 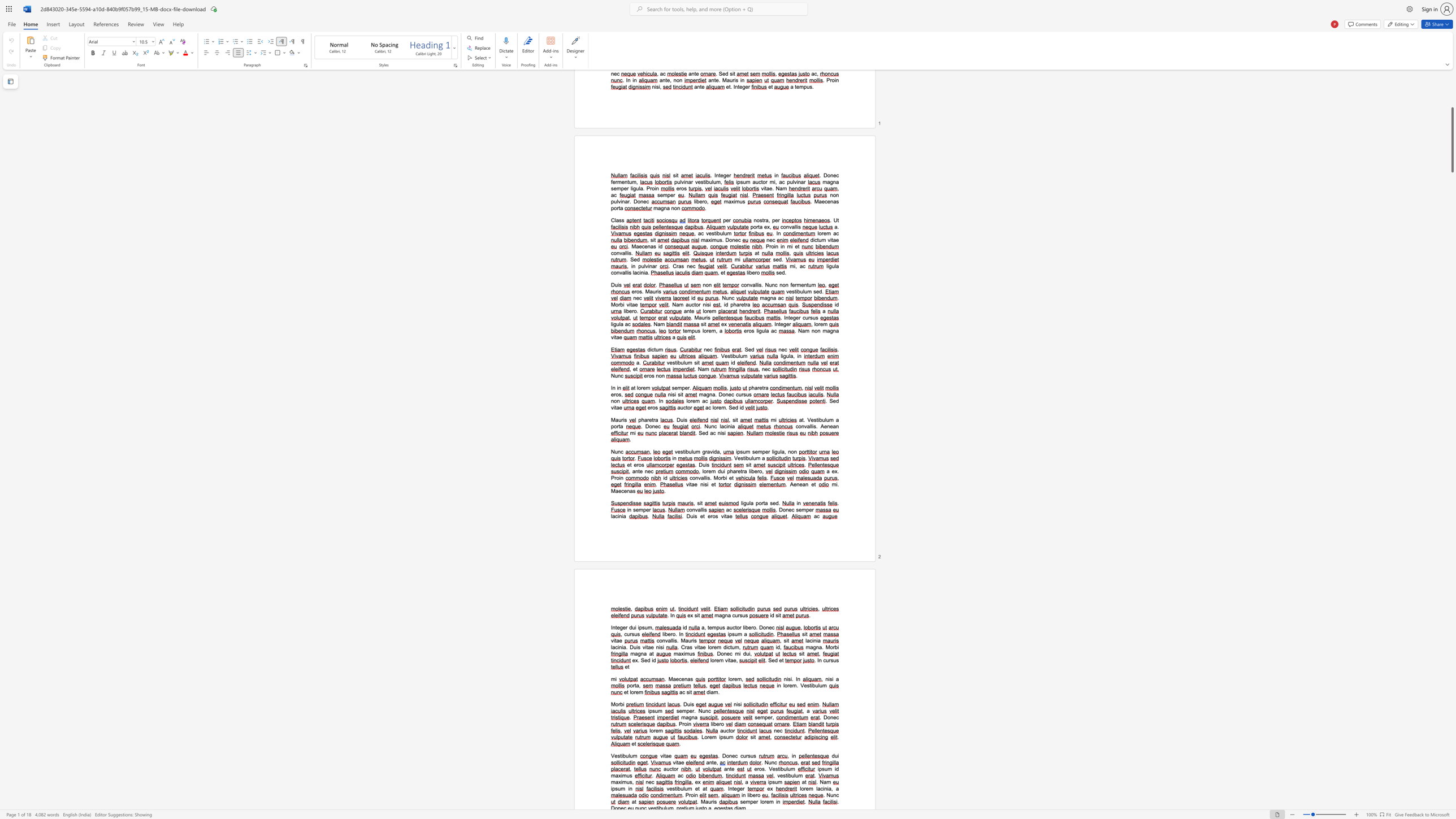 What do you see at coordinates (664, 634) in the screenshot?
I see `the 1th character "i" in the text` at bounding box center [664, 634].